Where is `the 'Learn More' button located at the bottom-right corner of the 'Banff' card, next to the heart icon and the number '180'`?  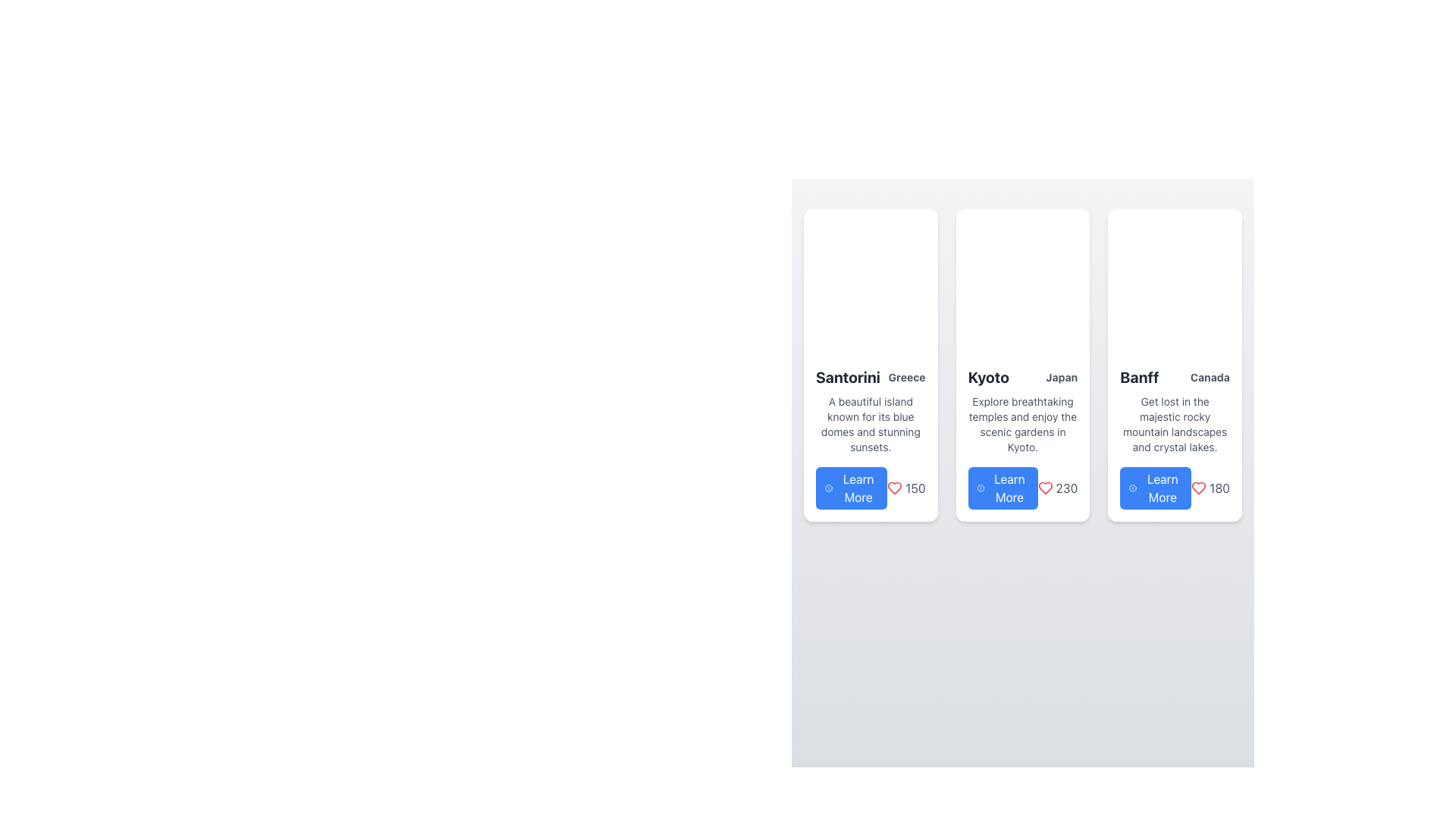
the 'Learn More' button located at the bottom-right corner of the 'Banff' card, next to the heart icon and the number '180' is located at coordinates (1174, 488).